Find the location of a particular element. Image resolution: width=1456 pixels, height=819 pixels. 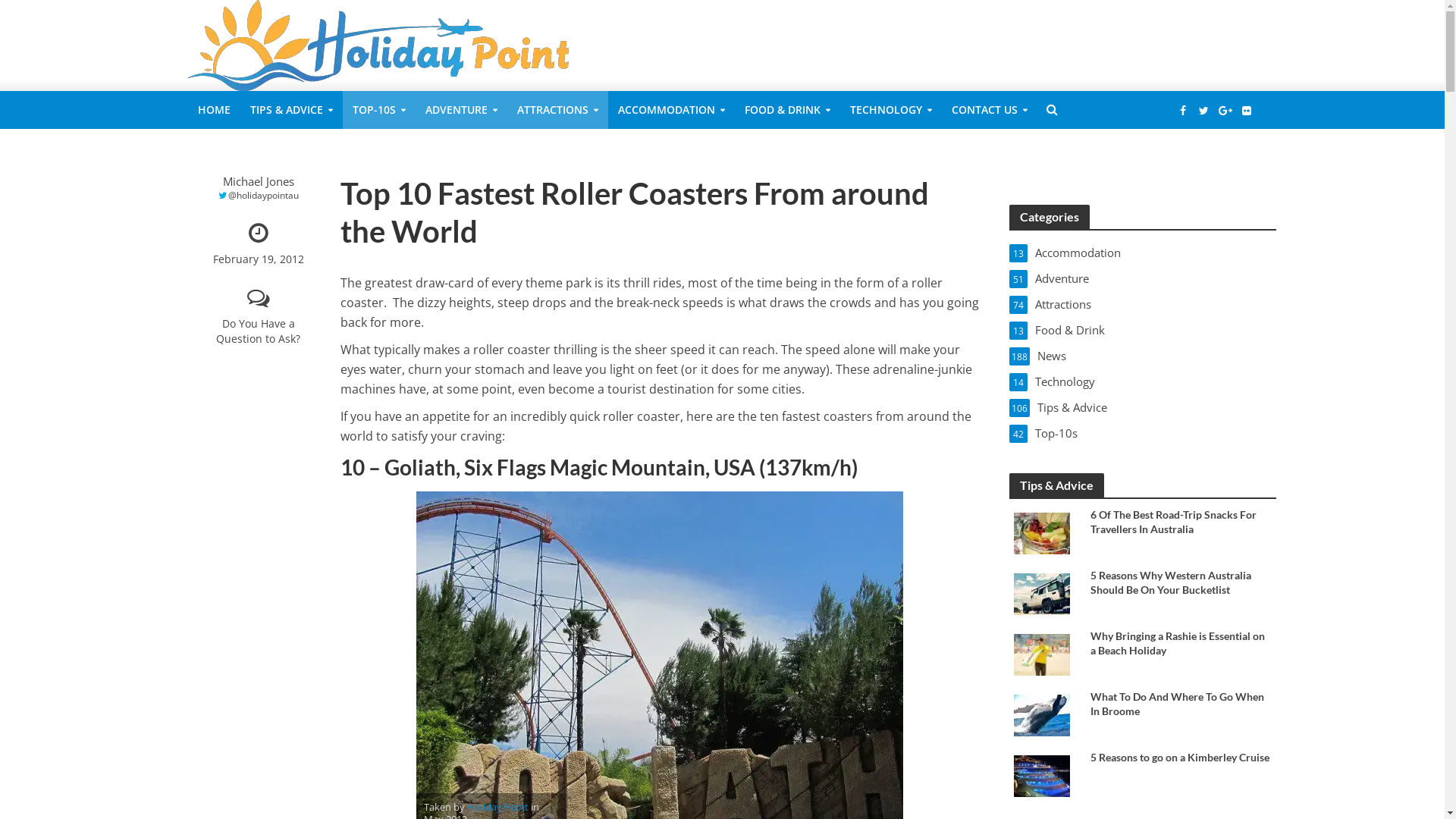

'Do You Have a Question to Ask?' is located at coordinates (258, 318).